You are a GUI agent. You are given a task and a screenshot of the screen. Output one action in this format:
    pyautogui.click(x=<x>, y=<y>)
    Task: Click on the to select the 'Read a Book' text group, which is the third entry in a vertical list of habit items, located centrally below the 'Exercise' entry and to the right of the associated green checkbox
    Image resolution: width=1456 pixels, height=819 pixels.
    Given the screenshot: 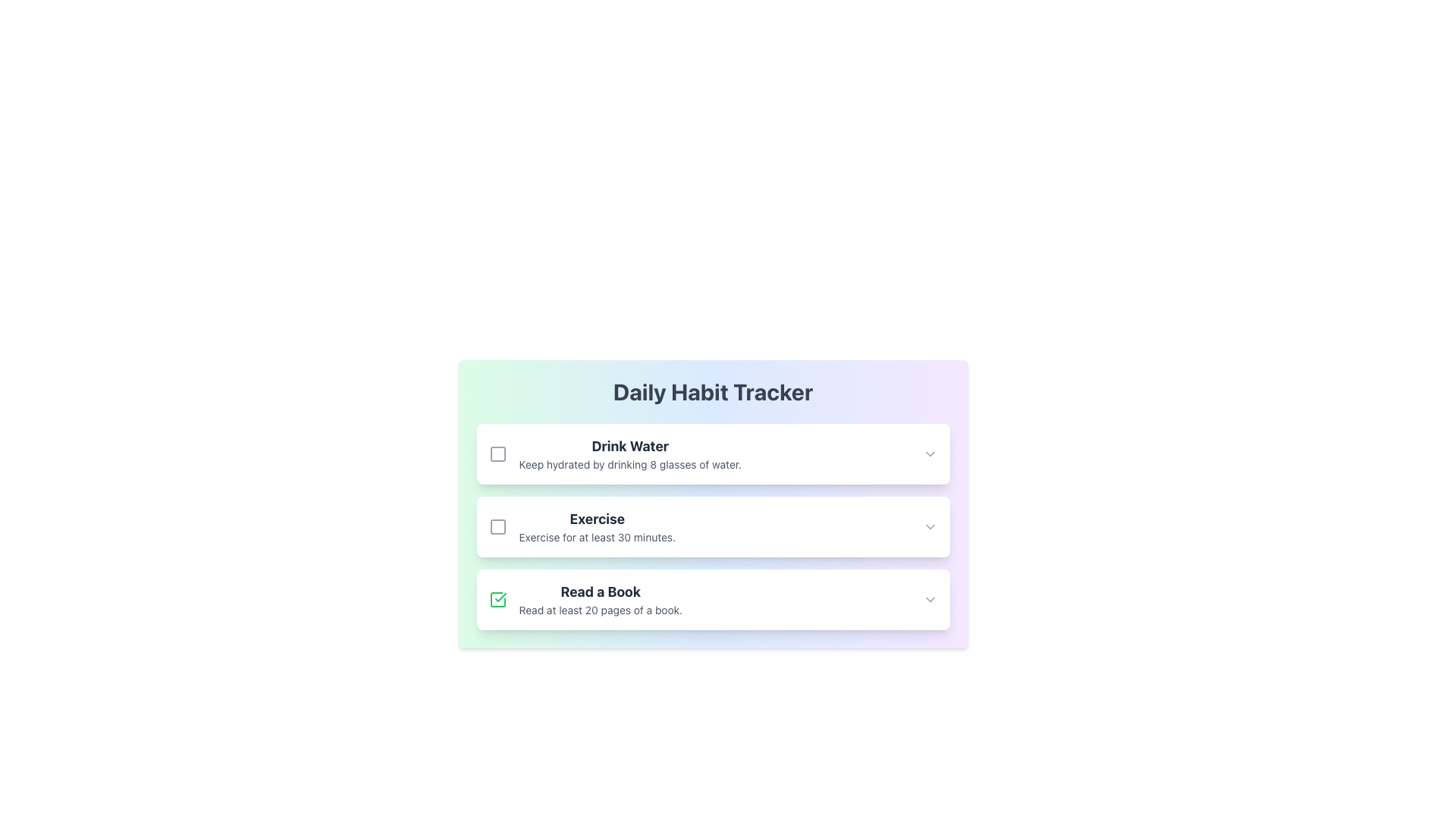 What is the action you would take?
    pyautogui.click(x=585, y=598)
    